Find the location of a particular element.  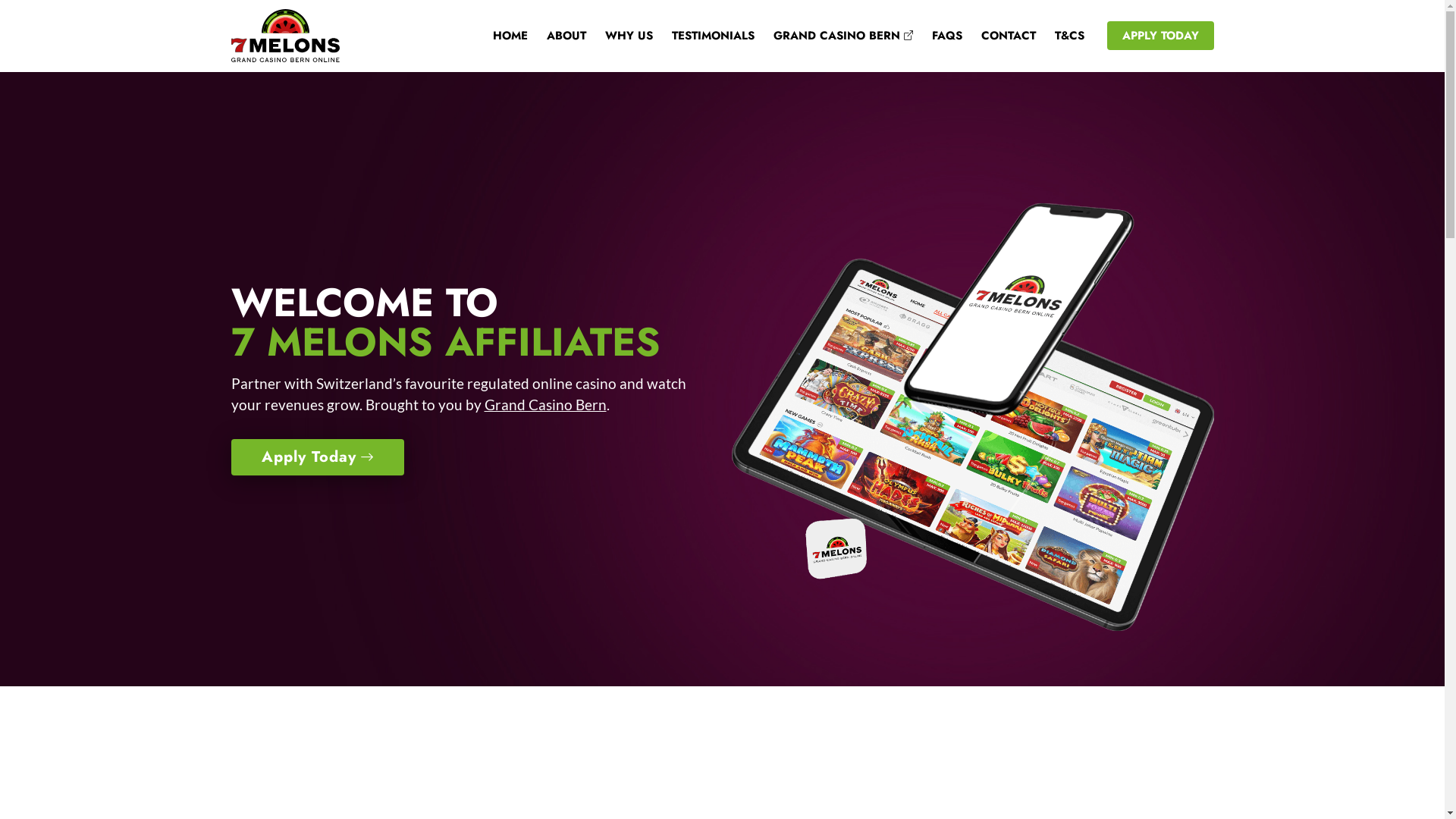

'FAQS' is located at coordinates (937, 35).